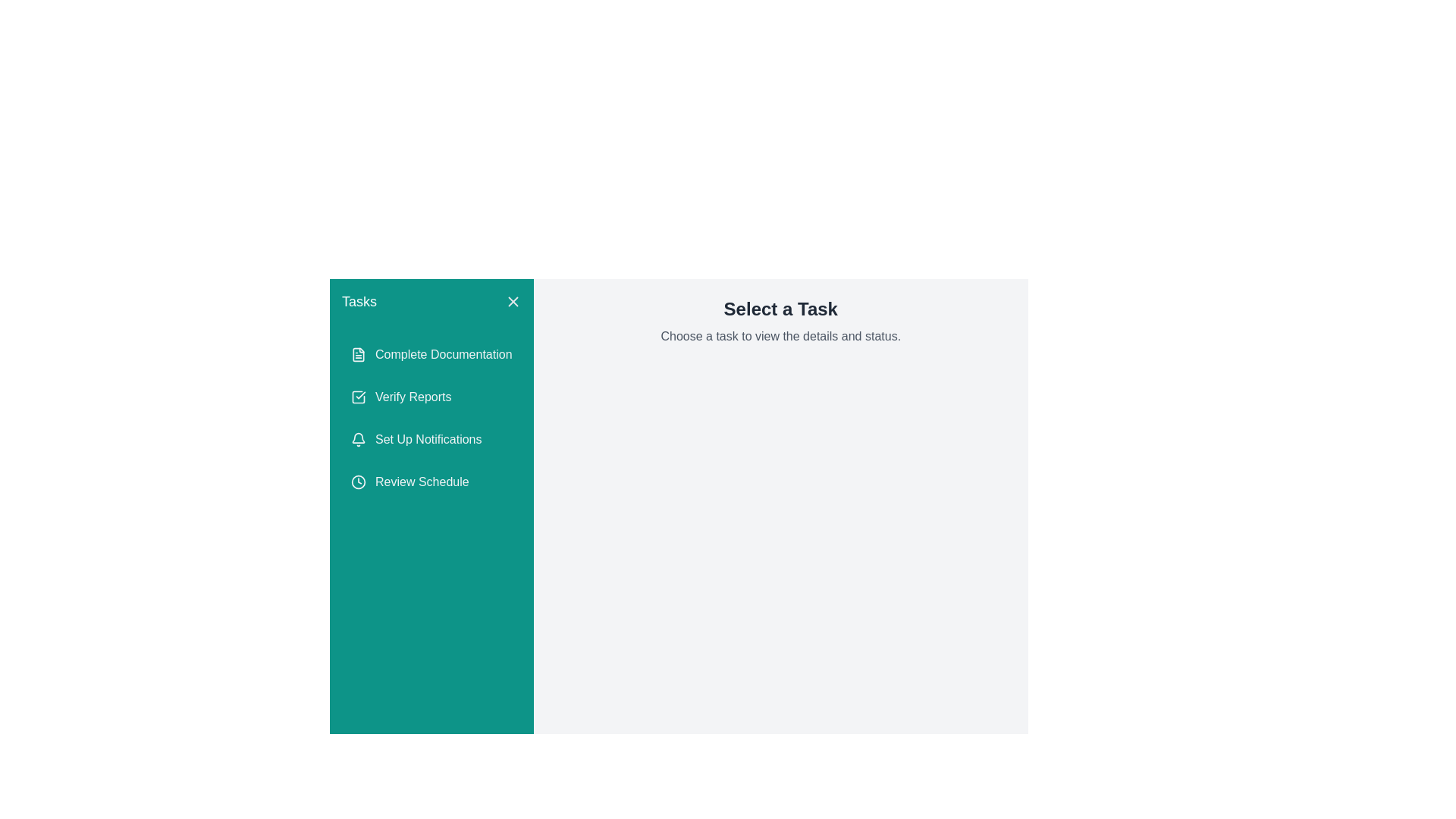  What do you see at coordinates (780, 335) in the screenshot?
I see `the static text informational label that displays the phrase 'Choose a task` at bounding box center [780, 335].